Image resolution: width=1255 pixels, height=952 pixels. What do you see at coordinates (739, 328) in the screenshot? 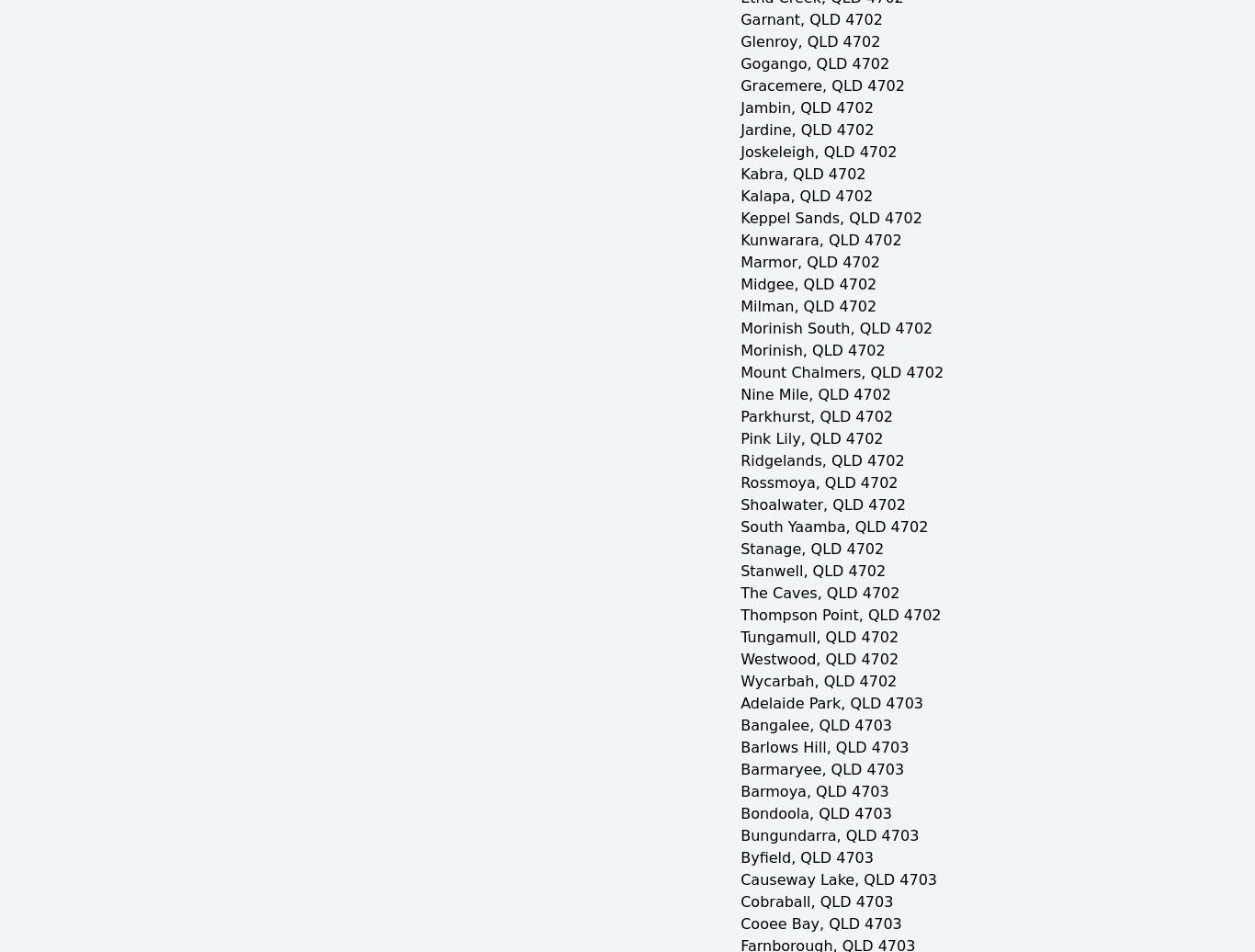
I see `'Morinish South, QLD 4702'` at bounding box center [739, 328].